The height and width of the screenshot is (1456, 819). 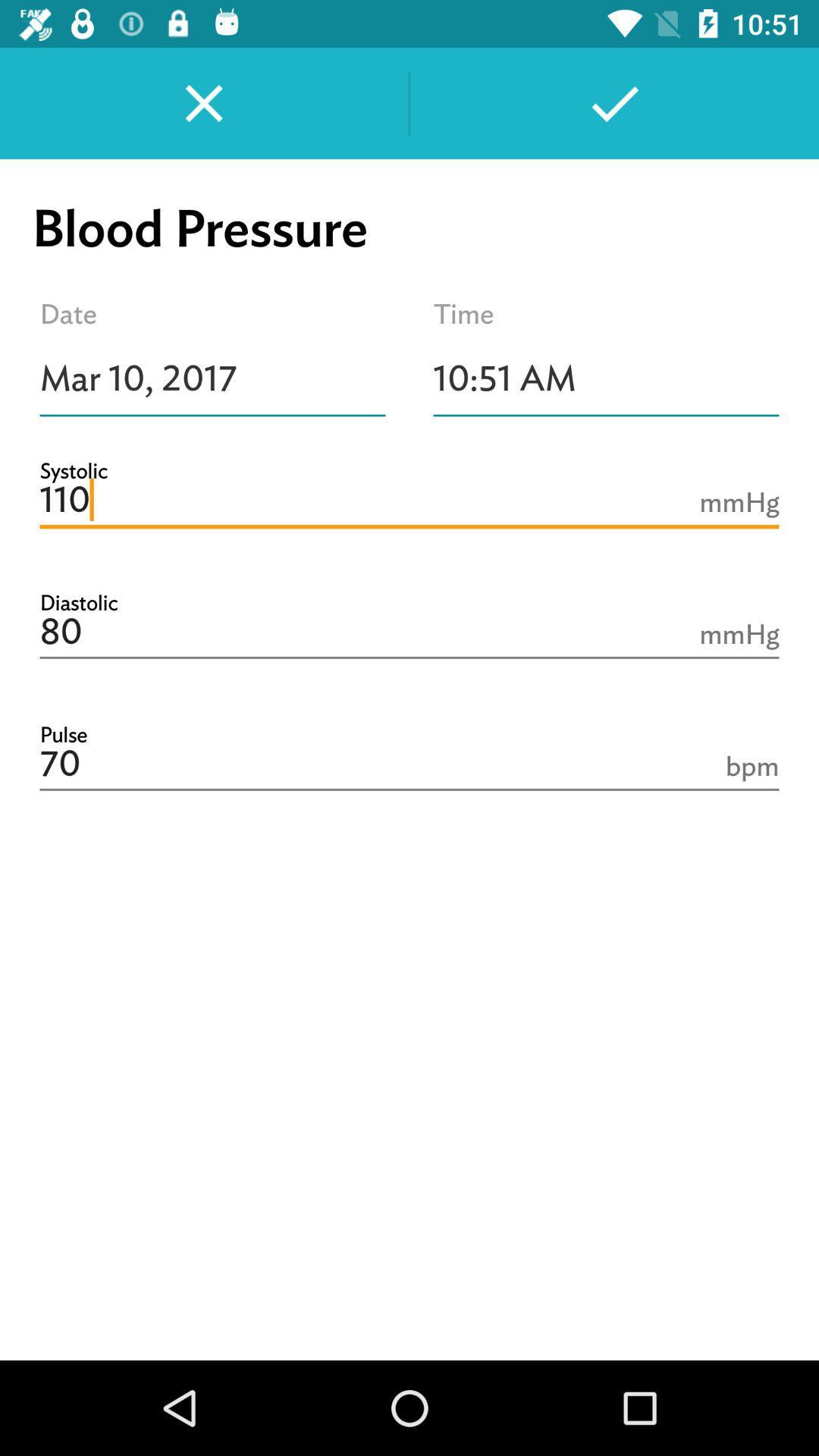 I want to click on the item next to the 10:51 am item, so click(x=212, y=378).